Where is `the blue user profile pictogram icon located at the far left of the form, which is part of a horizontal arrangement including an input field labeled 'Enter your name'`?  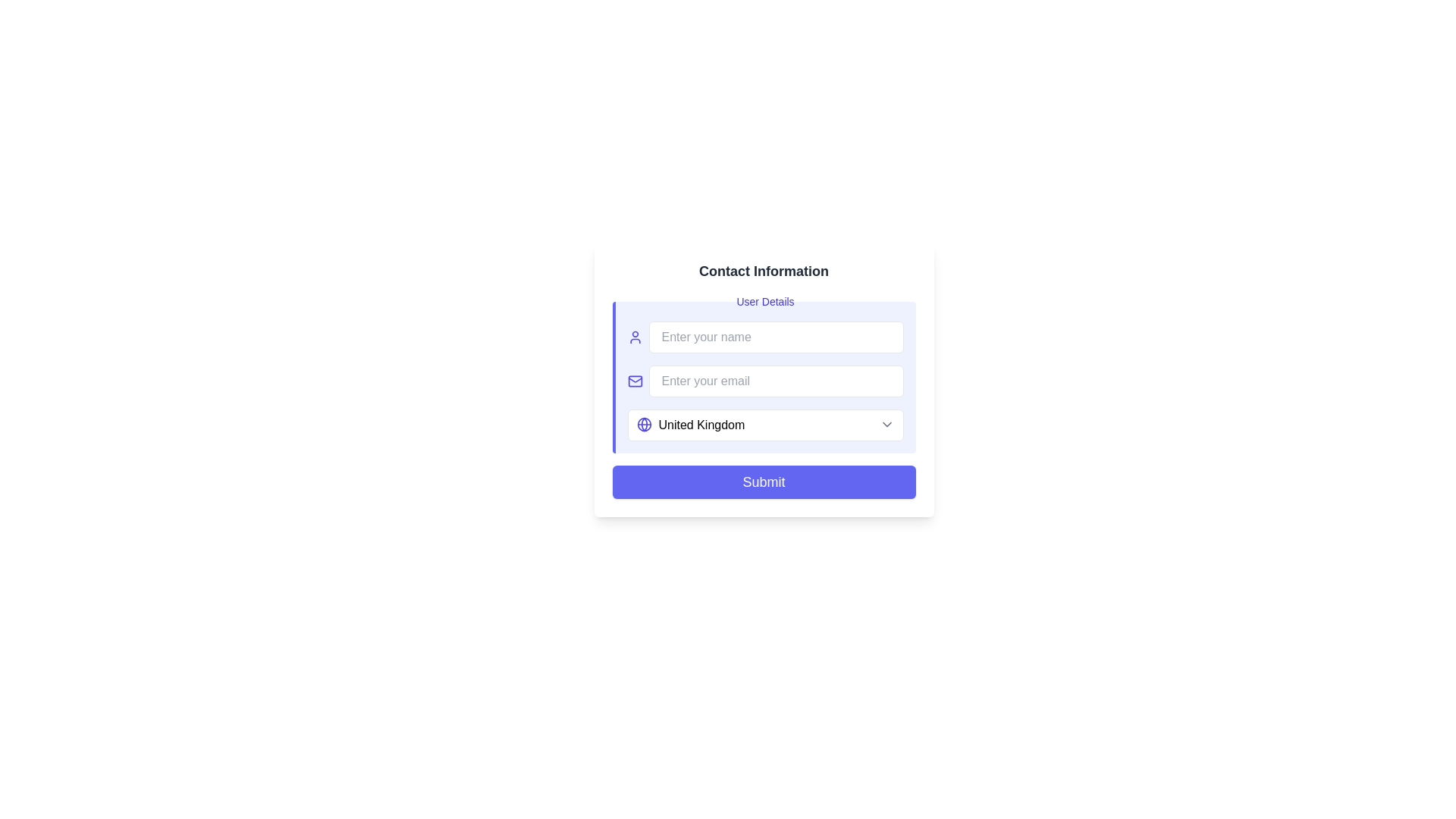 the blue user profile pictogram icon located at the far left of the form, which is part of a horizontal arrangement including an input field labeled 'Enter your name' is located at coordinates (635, 336).